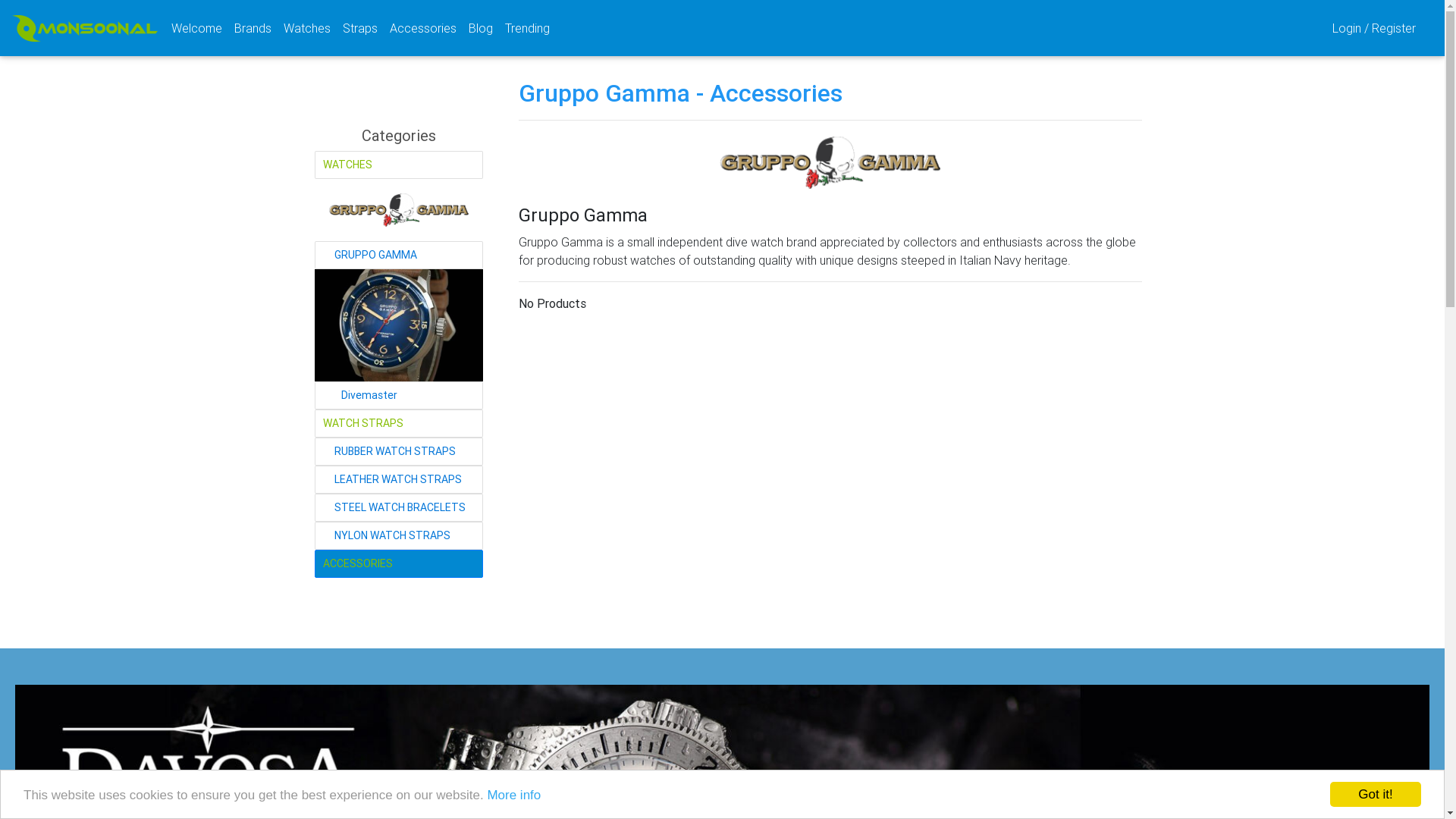  Describe the element at coordinates (422, 28) in the screenshot. I see `'Accessories` at that location.